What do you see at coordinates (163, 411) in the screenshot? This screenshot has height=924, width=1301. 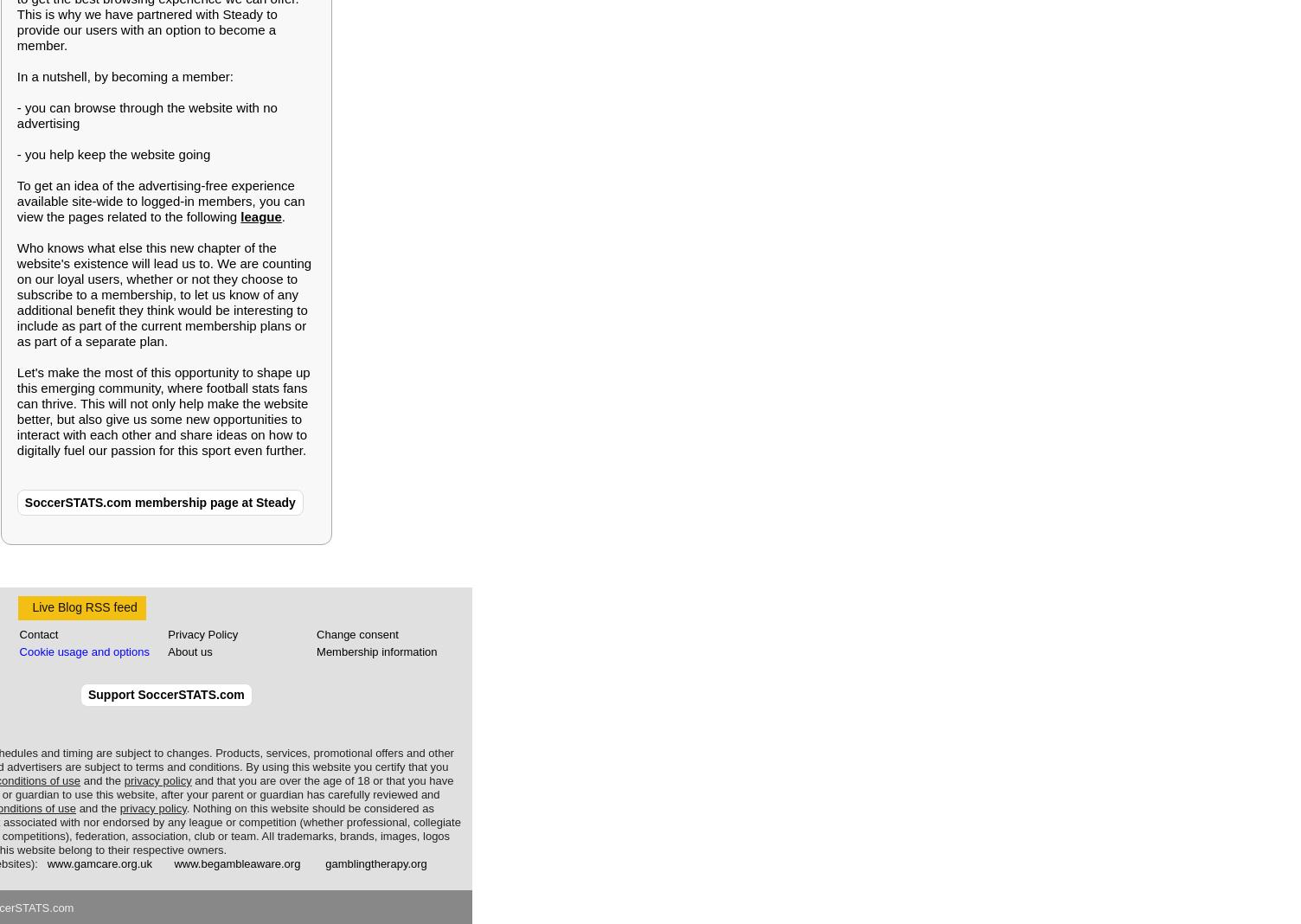 I see `'Let's make the most of this opportunity to shape up this emerging community, where football stats fans can thrive. This will not only help make the website better, but also give us some new opportunities to interact with each other and share ideas on how to digitally fuel our passion for this sport even further.'` at bounding box center [163, 411].